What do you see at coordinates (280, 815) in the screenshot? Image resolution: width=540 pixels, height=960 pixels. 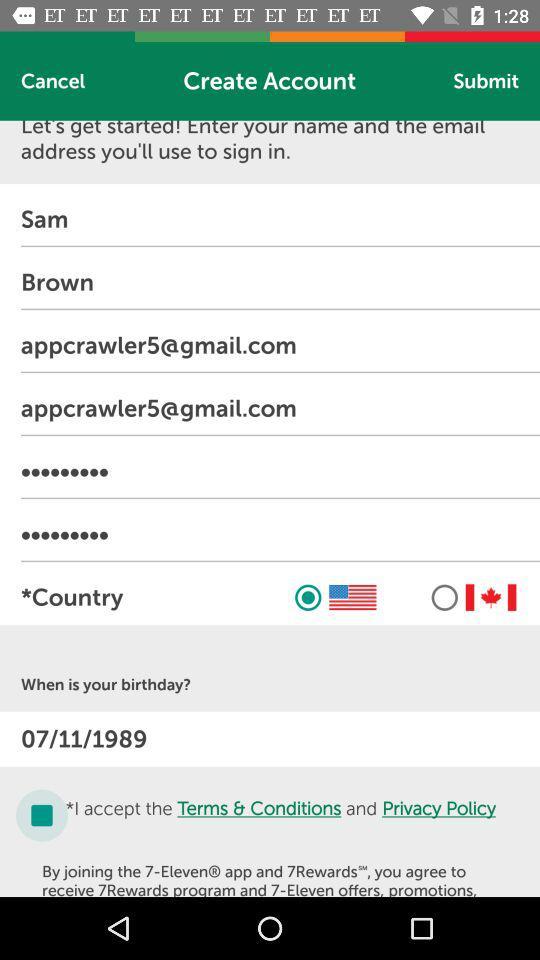 I see `i accept the terms conditions and privacy policy text statement` at bounding box center [280, 815].